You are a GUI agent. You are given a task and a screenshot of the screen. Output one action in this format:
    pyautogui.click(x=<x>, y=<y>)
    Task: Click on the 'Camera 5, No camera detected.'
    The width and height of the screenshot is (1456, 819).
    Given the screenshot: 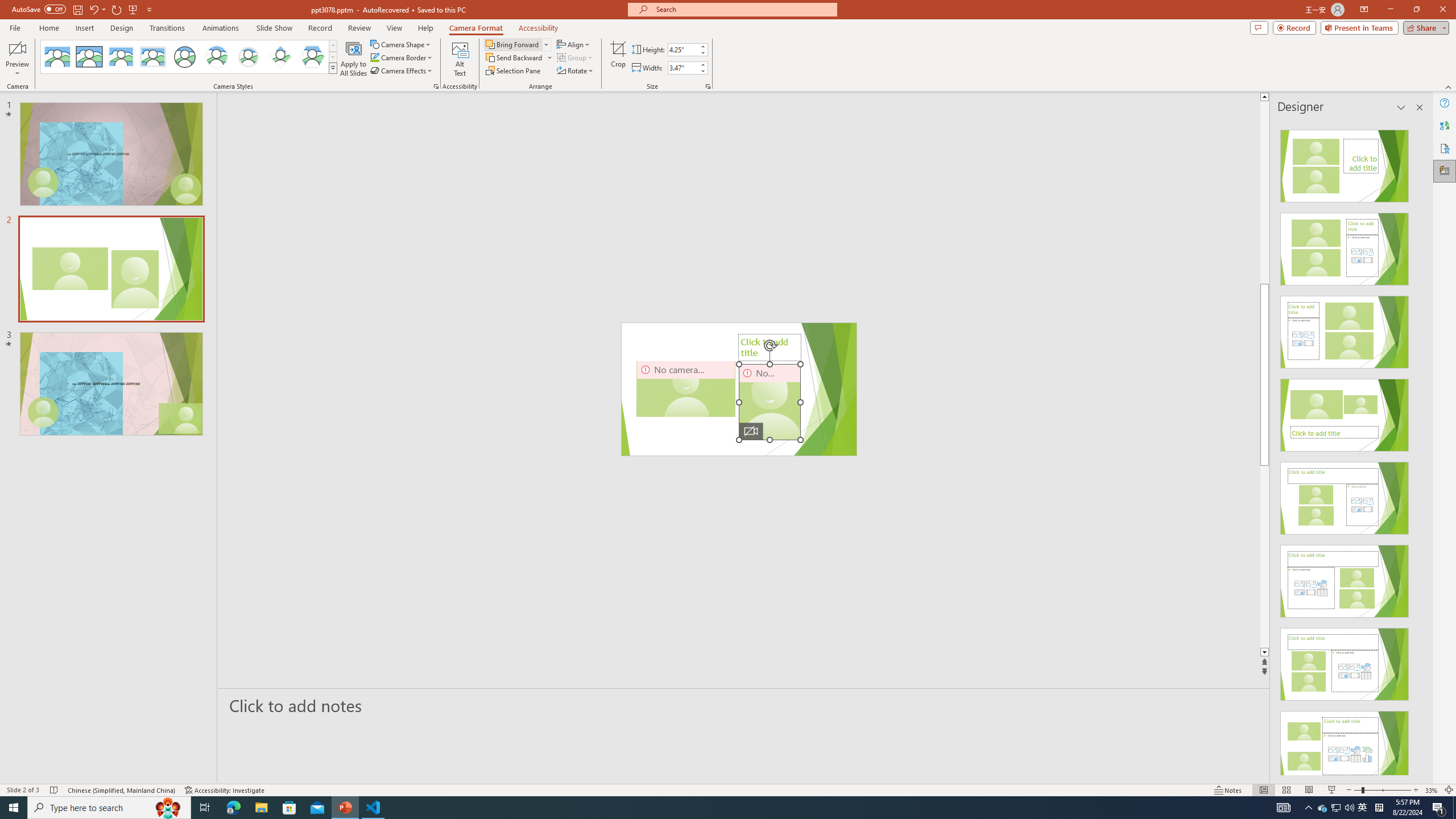 What is the action you would take?
    pyautogui.click(x=770, y=402)
    